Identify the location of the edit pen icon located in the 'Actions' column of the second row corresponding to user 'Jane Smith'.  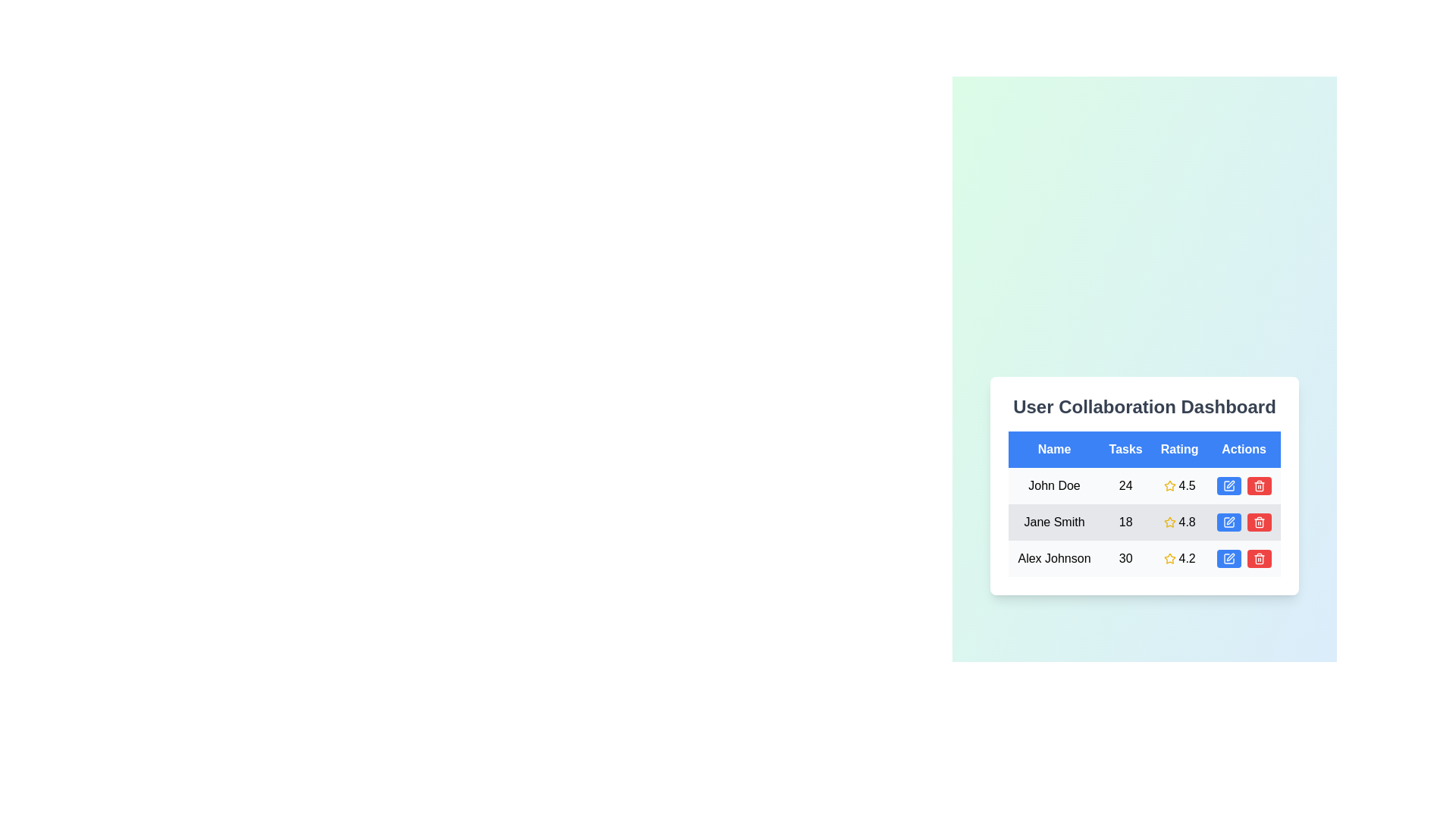
(1230, 519).